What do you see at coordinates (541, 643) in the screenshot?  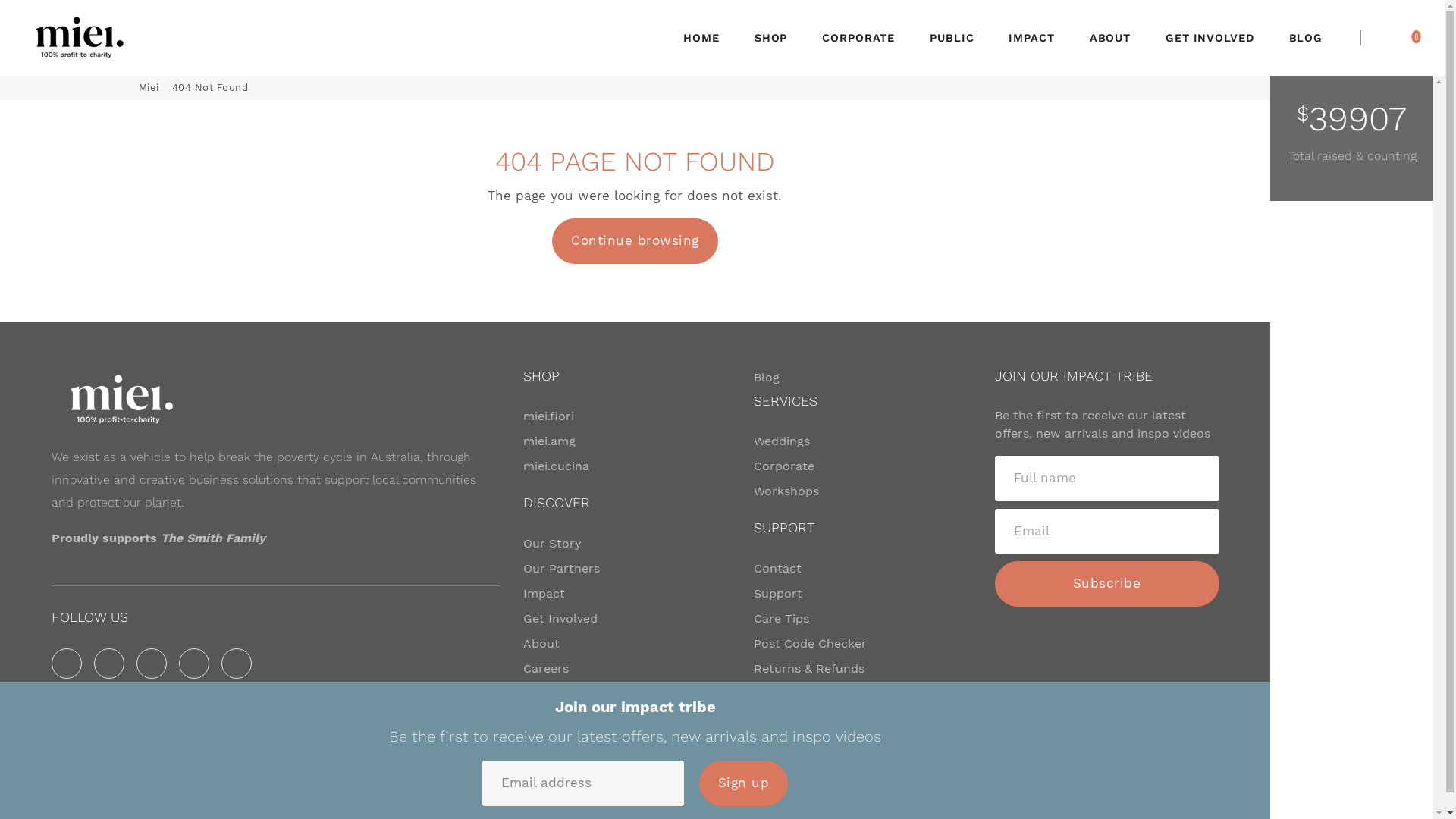 I see `'About'` at bounding box center [541, 643].